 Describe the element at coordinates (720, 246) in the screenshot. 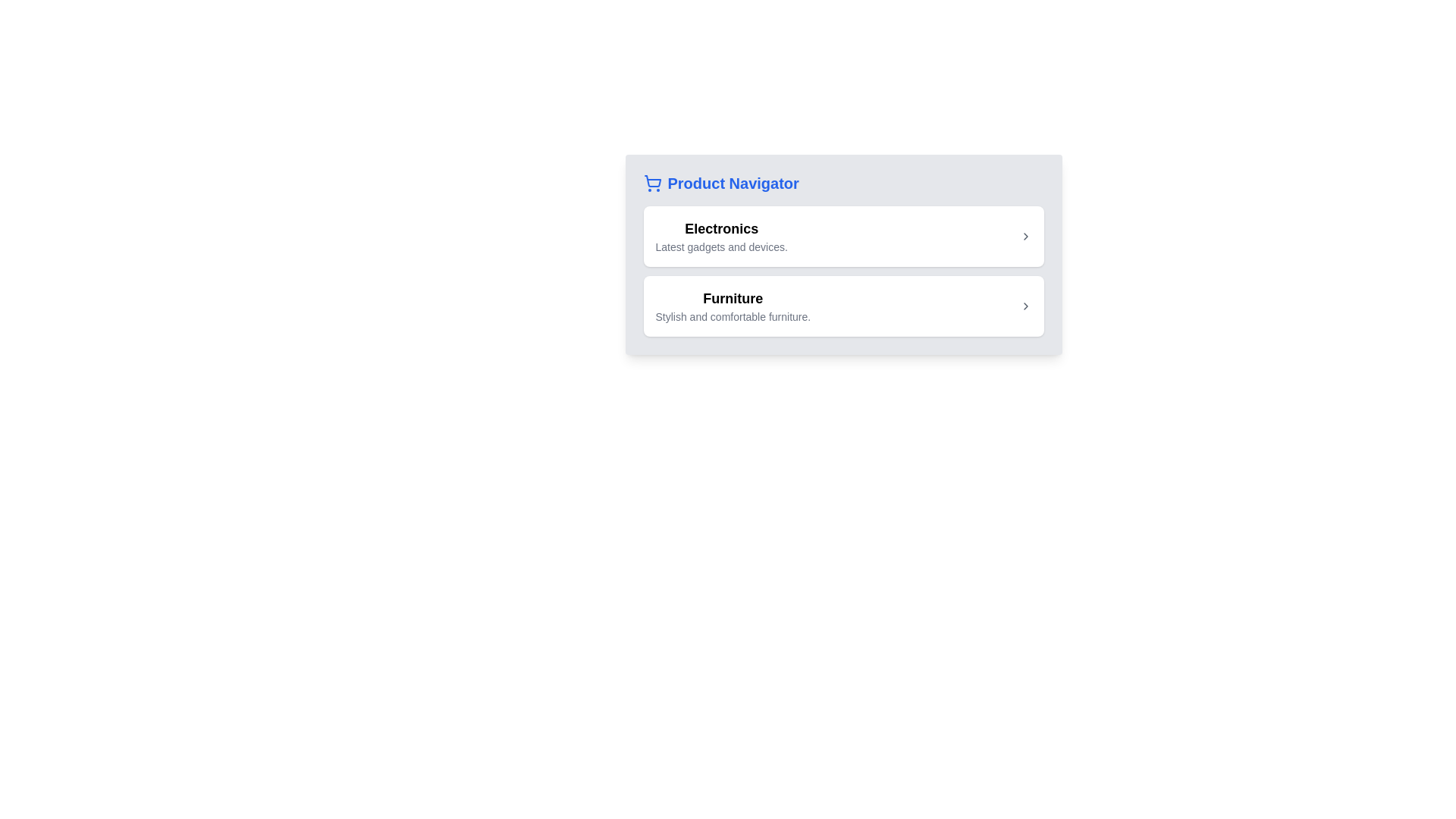

I see `the descriptive text element displaying 'Latest gadgets and devices.' located beneath the 'Electronics' title in the 'Product Navigator' interface` at that location.